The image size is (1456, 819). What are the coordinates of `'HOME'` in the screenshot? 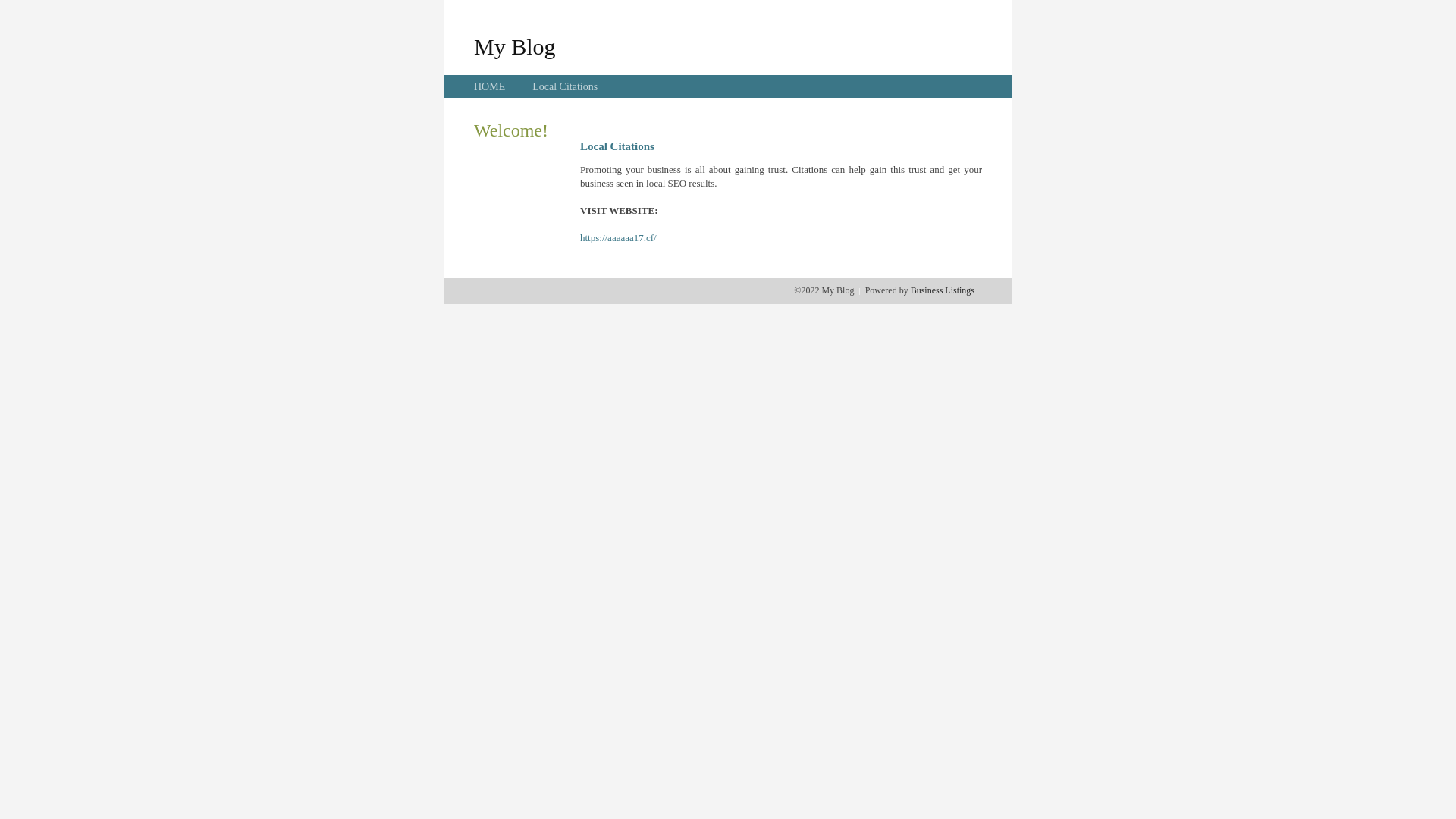 It's located at (489, 86).